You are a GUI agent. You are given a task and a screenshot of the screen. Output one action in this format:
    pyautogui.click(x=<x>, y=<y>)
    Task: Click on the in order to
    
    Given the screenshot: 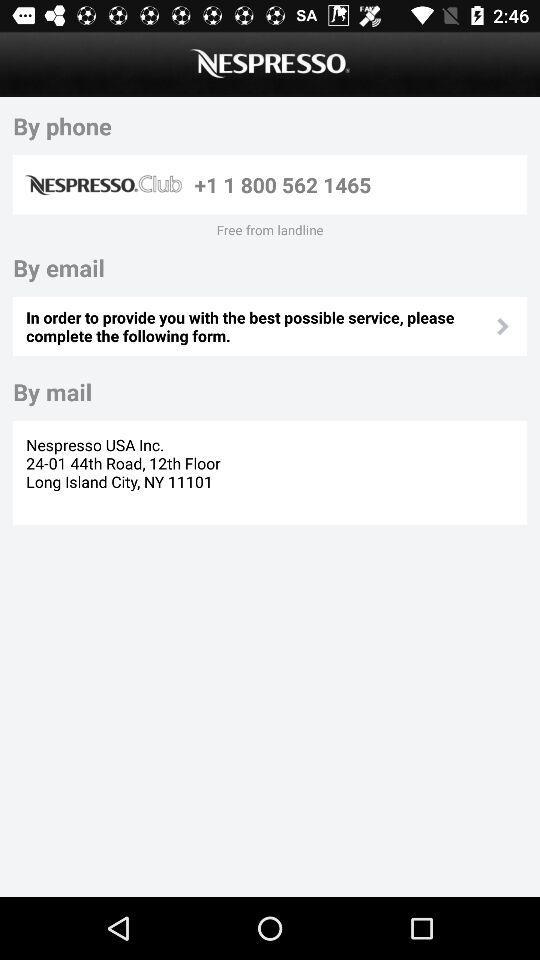 What is the action you would take?
    pyautogui.click(x=259, y=326)
    